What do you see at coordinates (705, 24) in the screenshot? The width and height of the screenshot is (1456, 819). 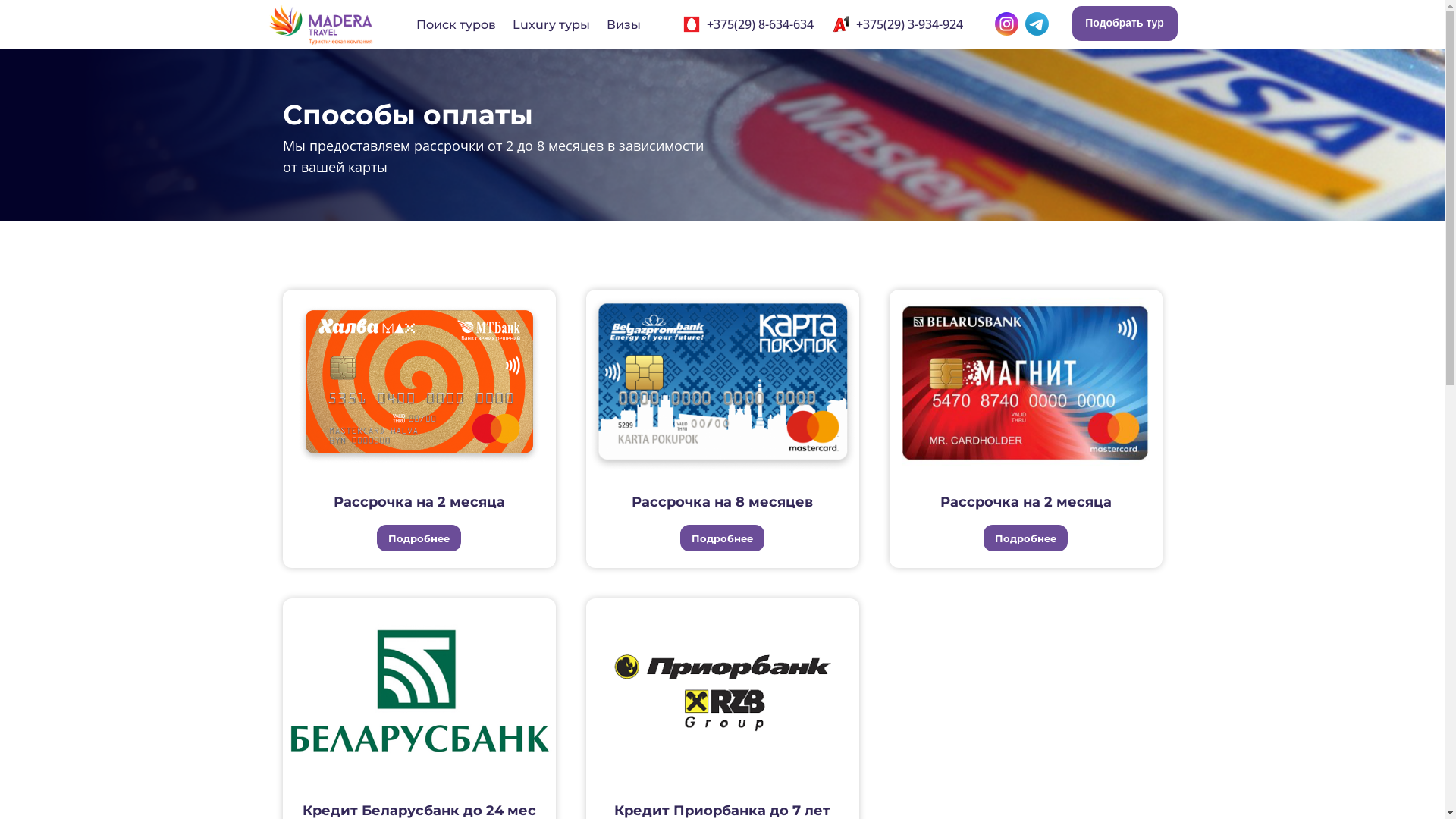 I see `'+375(29) 8-634-634'` at bounding box center [705, 24].